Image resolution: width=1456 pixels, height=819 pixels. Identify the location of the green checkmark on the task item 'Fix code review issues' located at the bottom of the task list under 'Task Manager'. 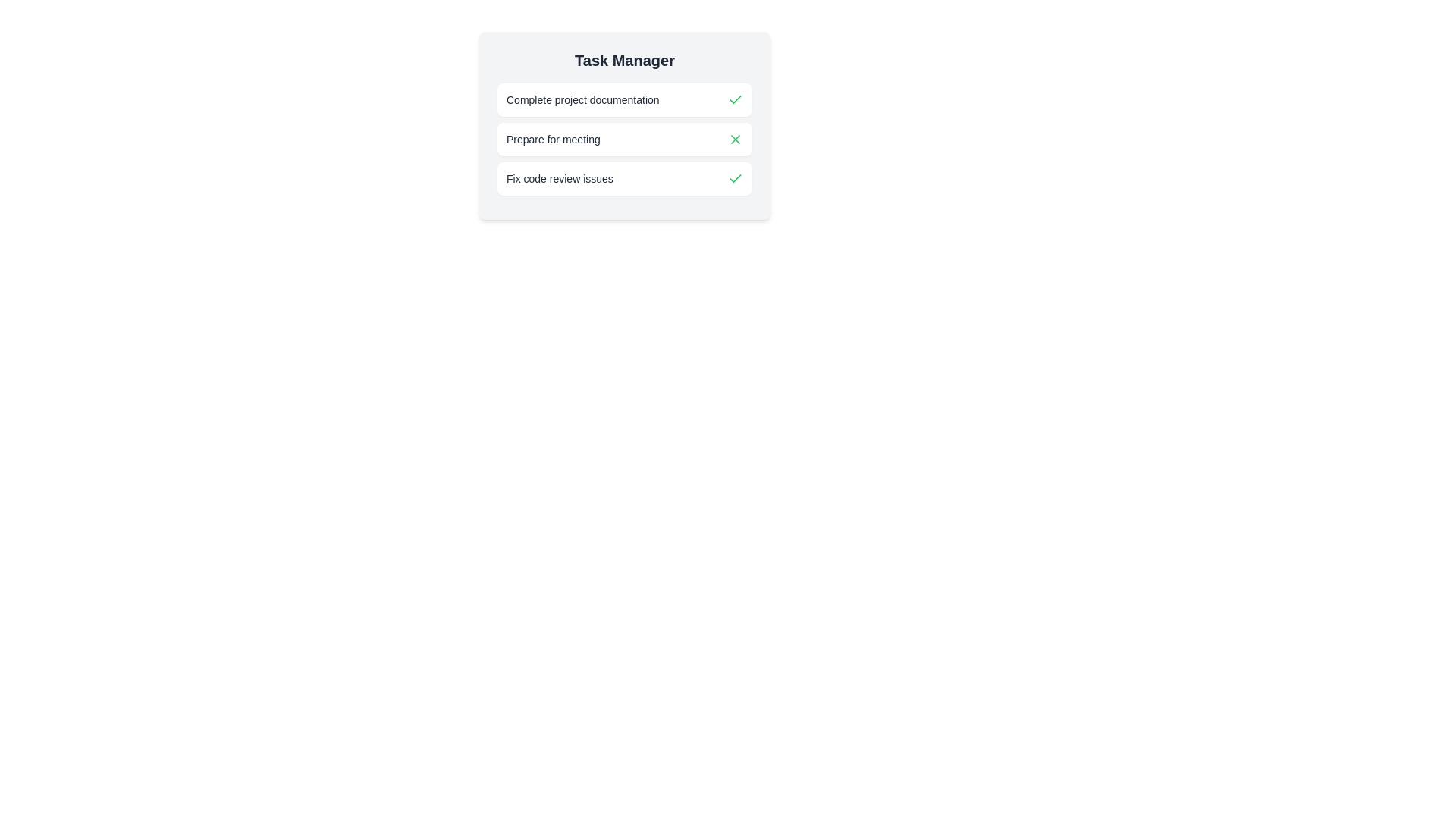
(625, 177).